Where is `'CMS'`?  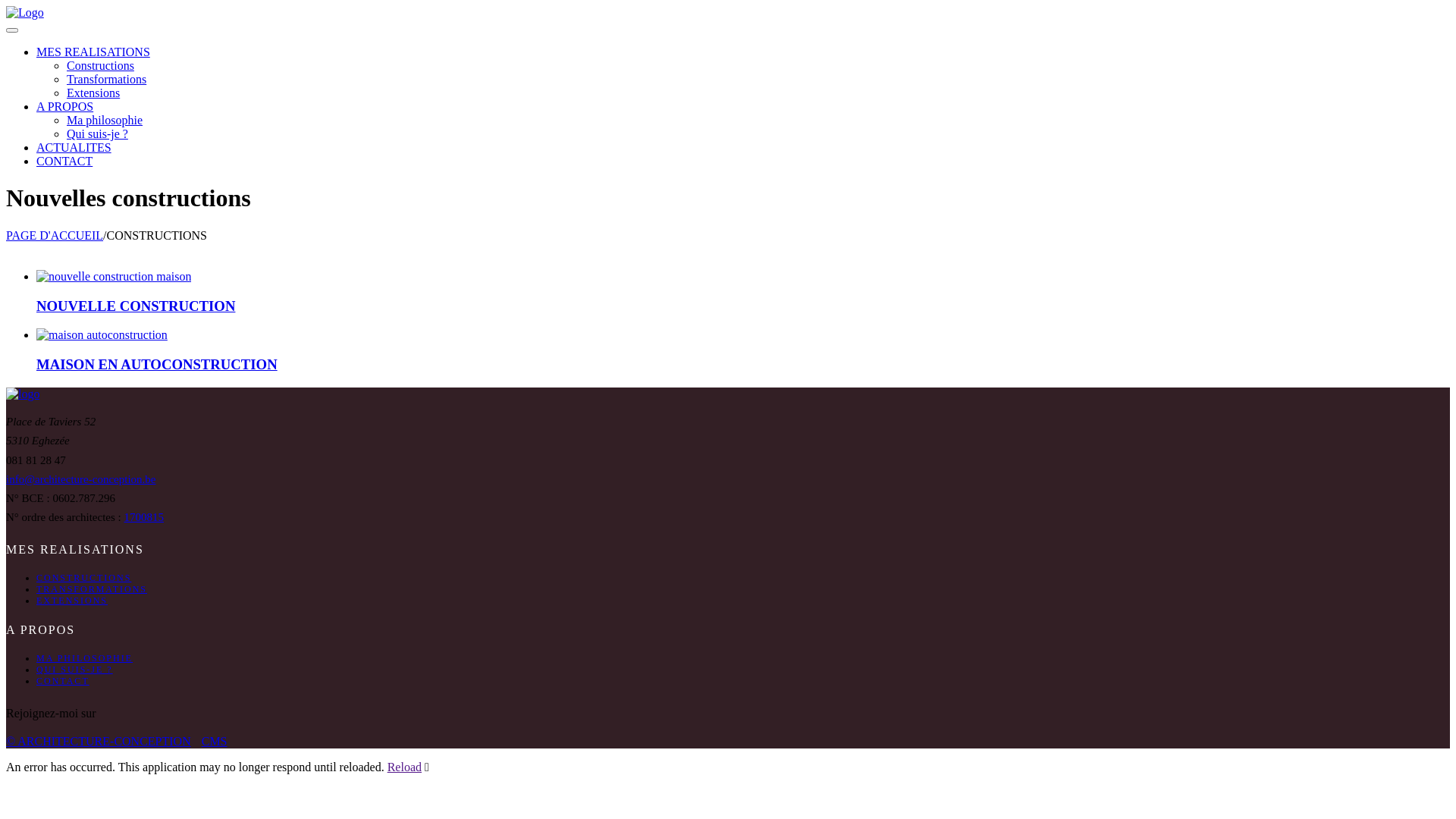 'CMS' is located at coordinates (214, 740).